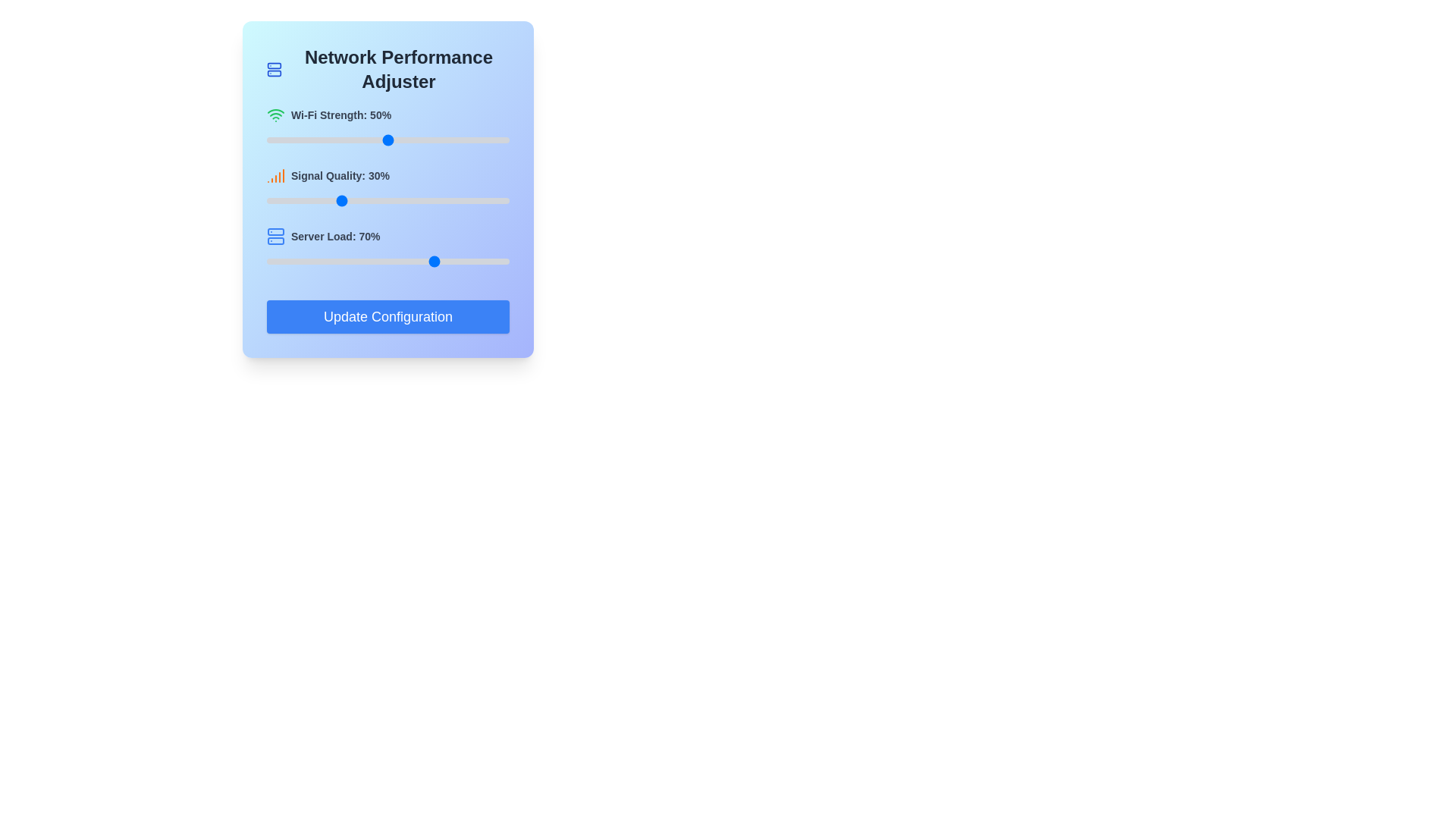 The image size is (1456, 819). Describe the element at coordinates (388, 260) in the screenshot. I see `the Range slider used to adjust the 'Server Load' setting, currently set to 70%, located in the 'Network Performance Adjuster' card` at that location.